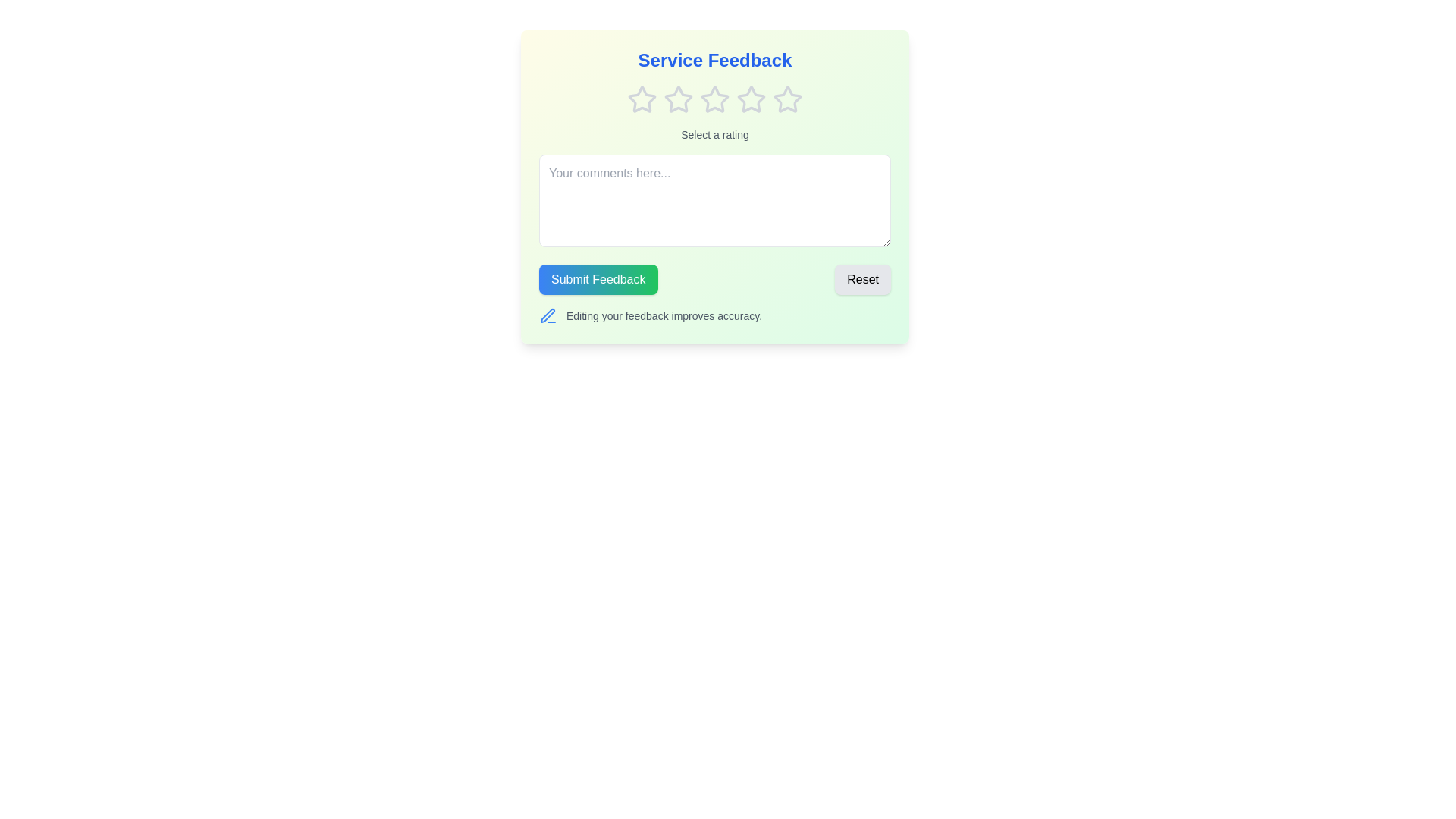 Image resolution: width=1456 pixels, height=819 pixels. What do you see at coordinates (787, 99) in the screenshot?
I see `the fifth star icon in the rating system` at bounding box center [787, 99].